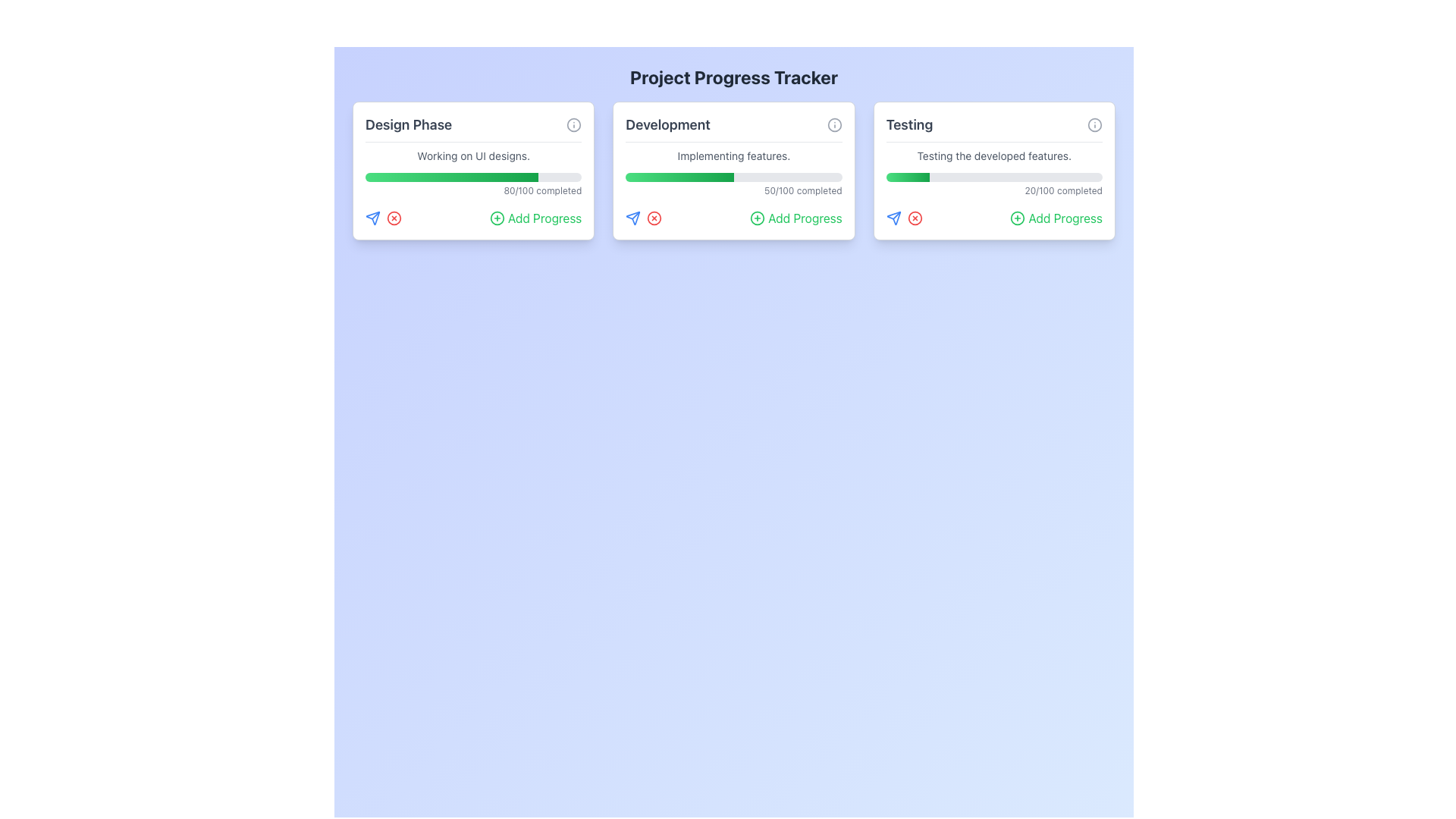 The width and height of the screenshot is (1456, 819). What do you see at coordinates (497, 218) in the screenshot?
I see `the interactive button to the left of the 'Add Progress' text within the 'Design Phase' project card to initiate adding progress` at bounding box center [497, 218].